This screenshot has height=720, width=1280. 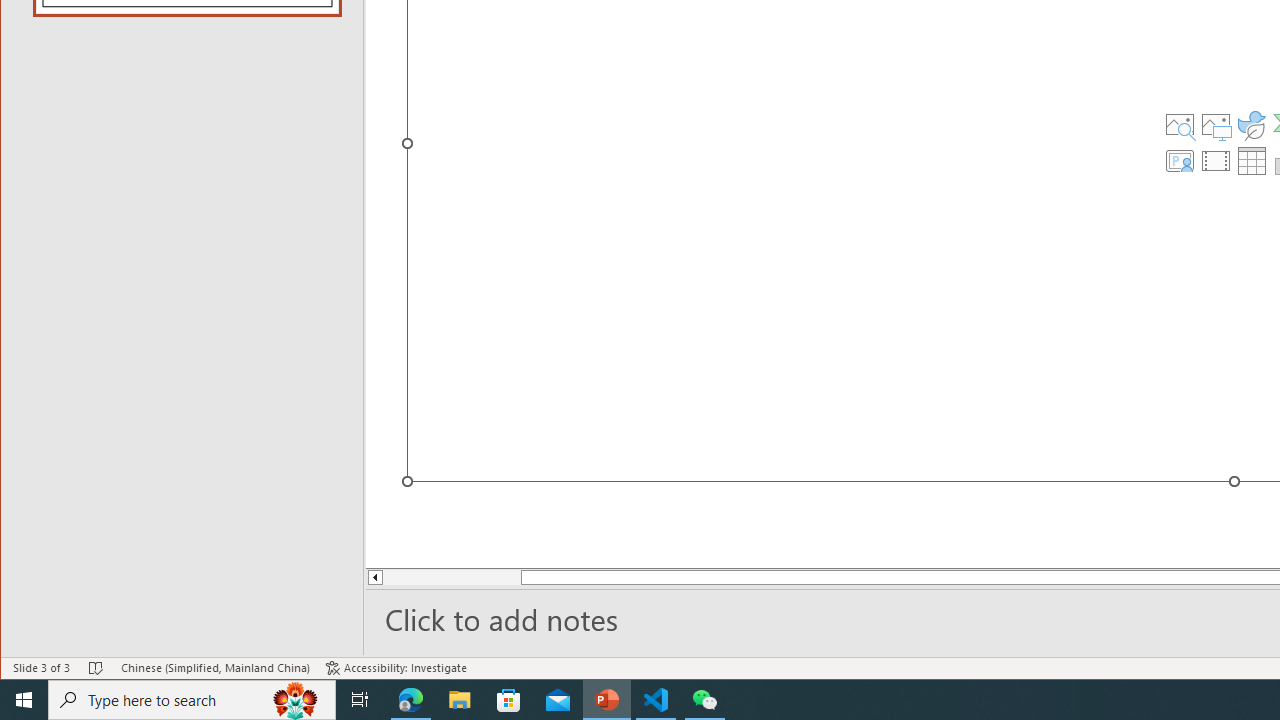 What do you see at coordinates (656, 698) in the screenshot?
I see `'Visual Studio Code - 1 running window'` at bounding box center [656, 698].